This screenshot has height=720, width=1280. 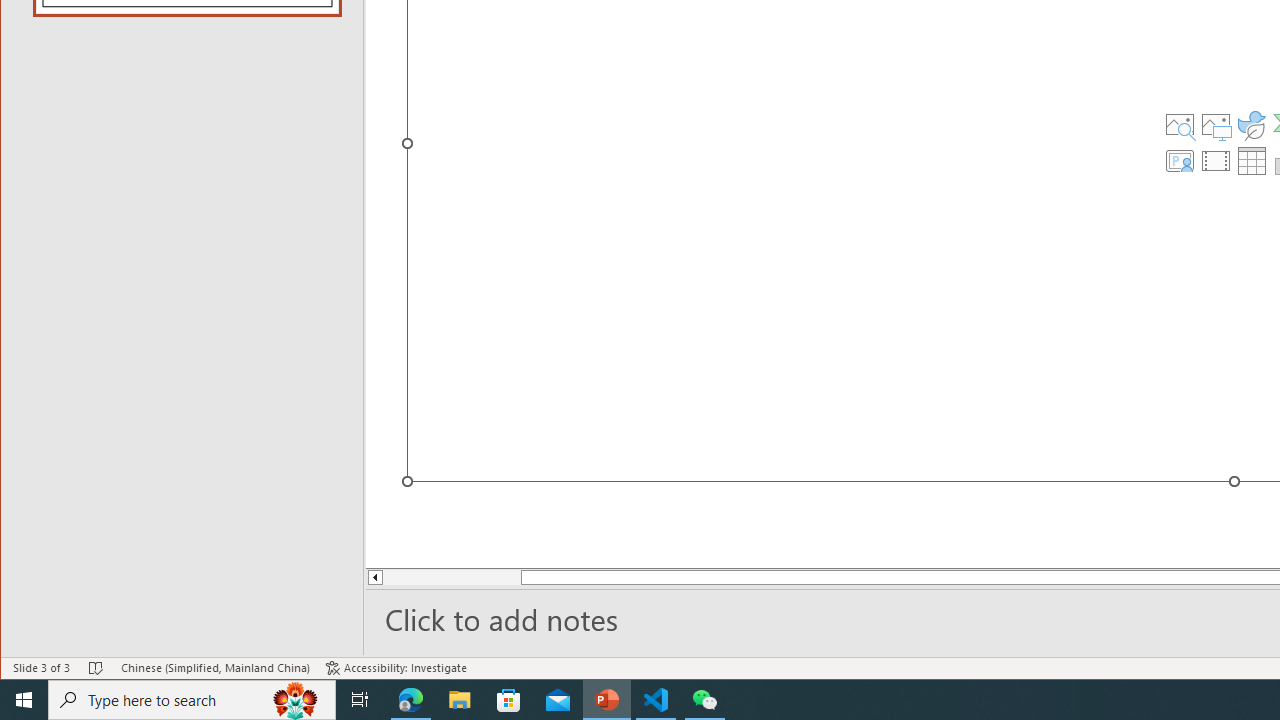 What do you see at coordinates (656, 698) in the screenshot?
I see `'Visual Studio Code - 1 running window'` at bounding box center [656, 698].